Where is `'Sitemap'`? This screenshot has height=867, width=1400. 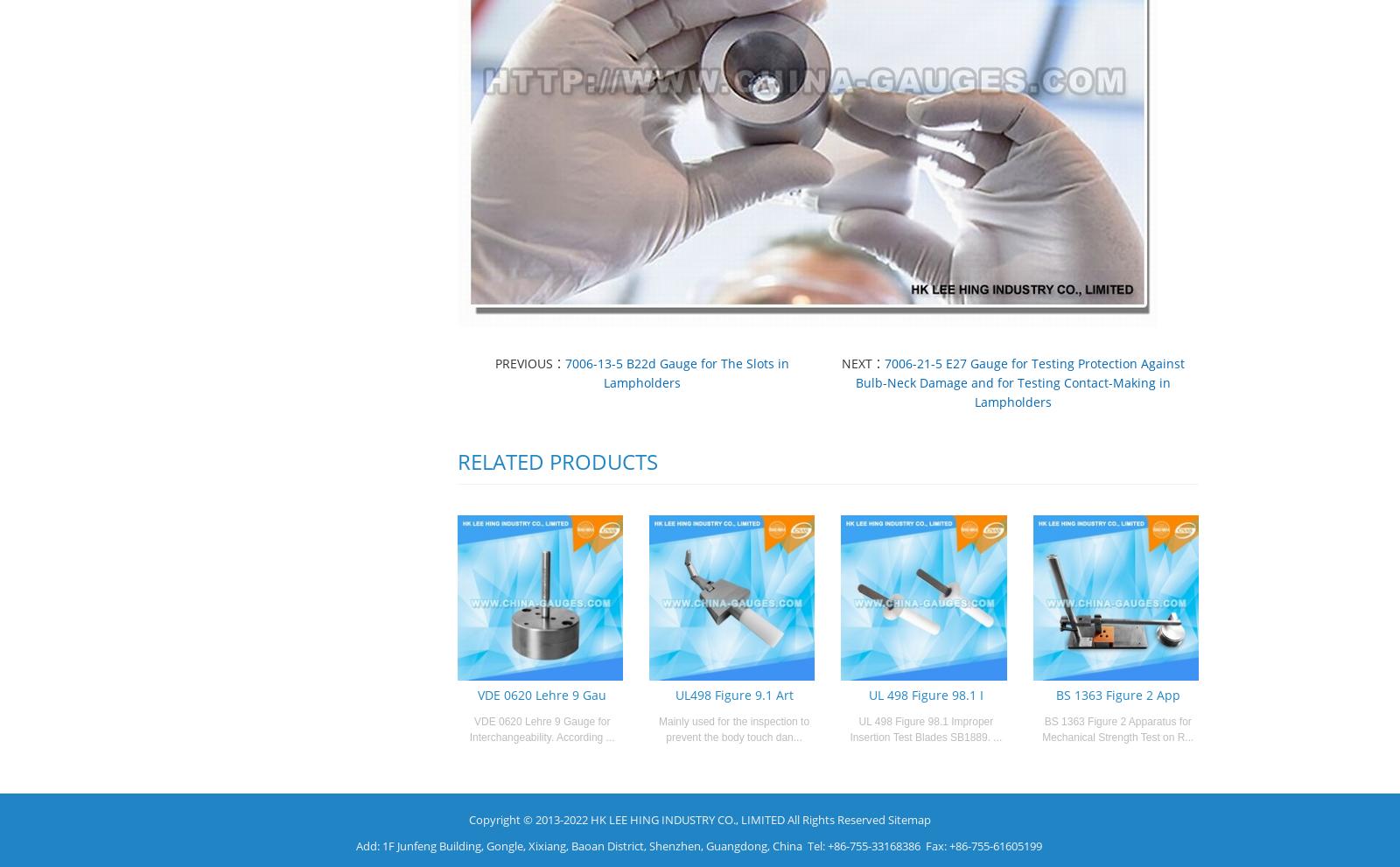
'Sitemap' is located at coordinates (909, 818).